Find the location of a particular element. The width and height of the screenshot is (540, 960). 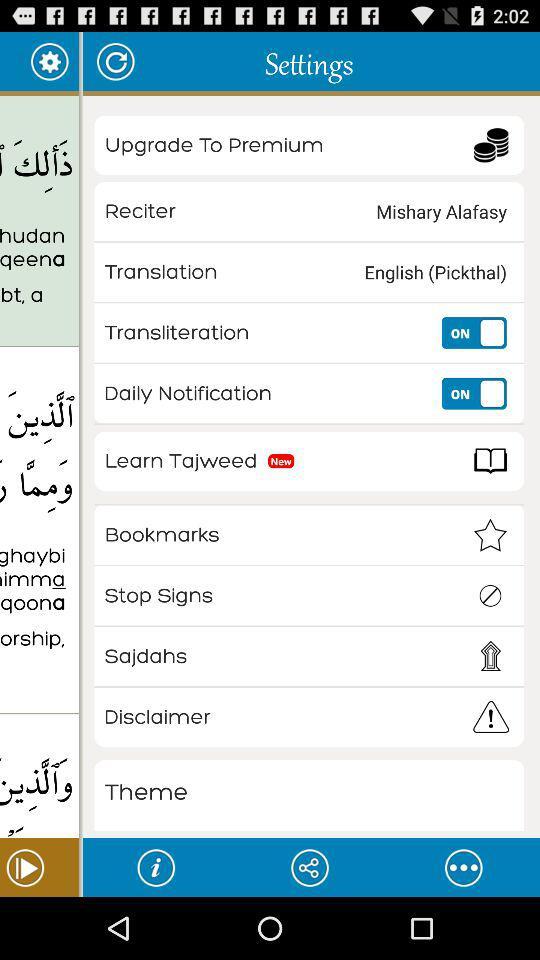

the item next to settings icon is located at coordinates (115, 61).